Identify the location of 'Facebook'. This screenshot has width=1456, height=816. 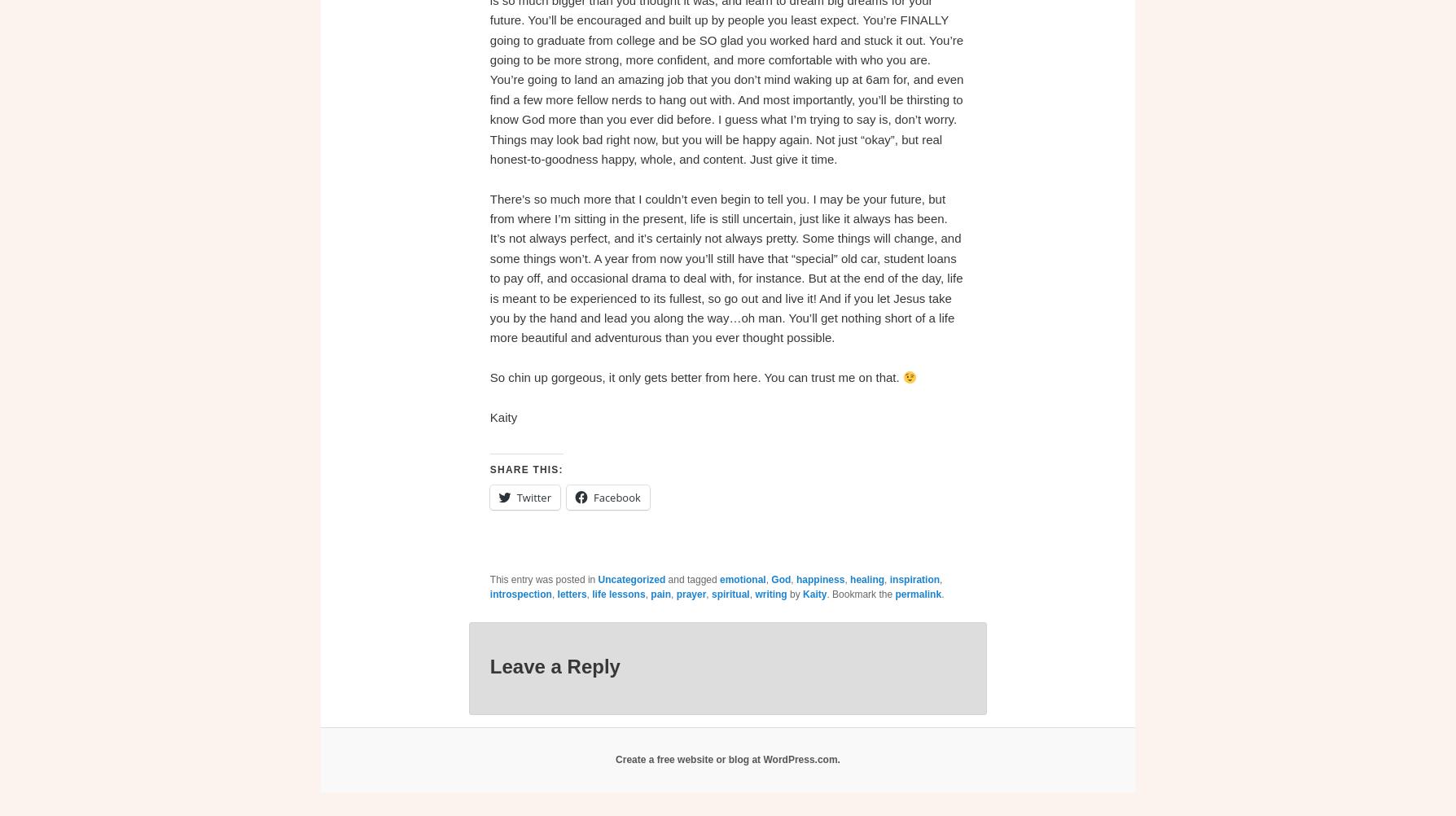
(616, 497).